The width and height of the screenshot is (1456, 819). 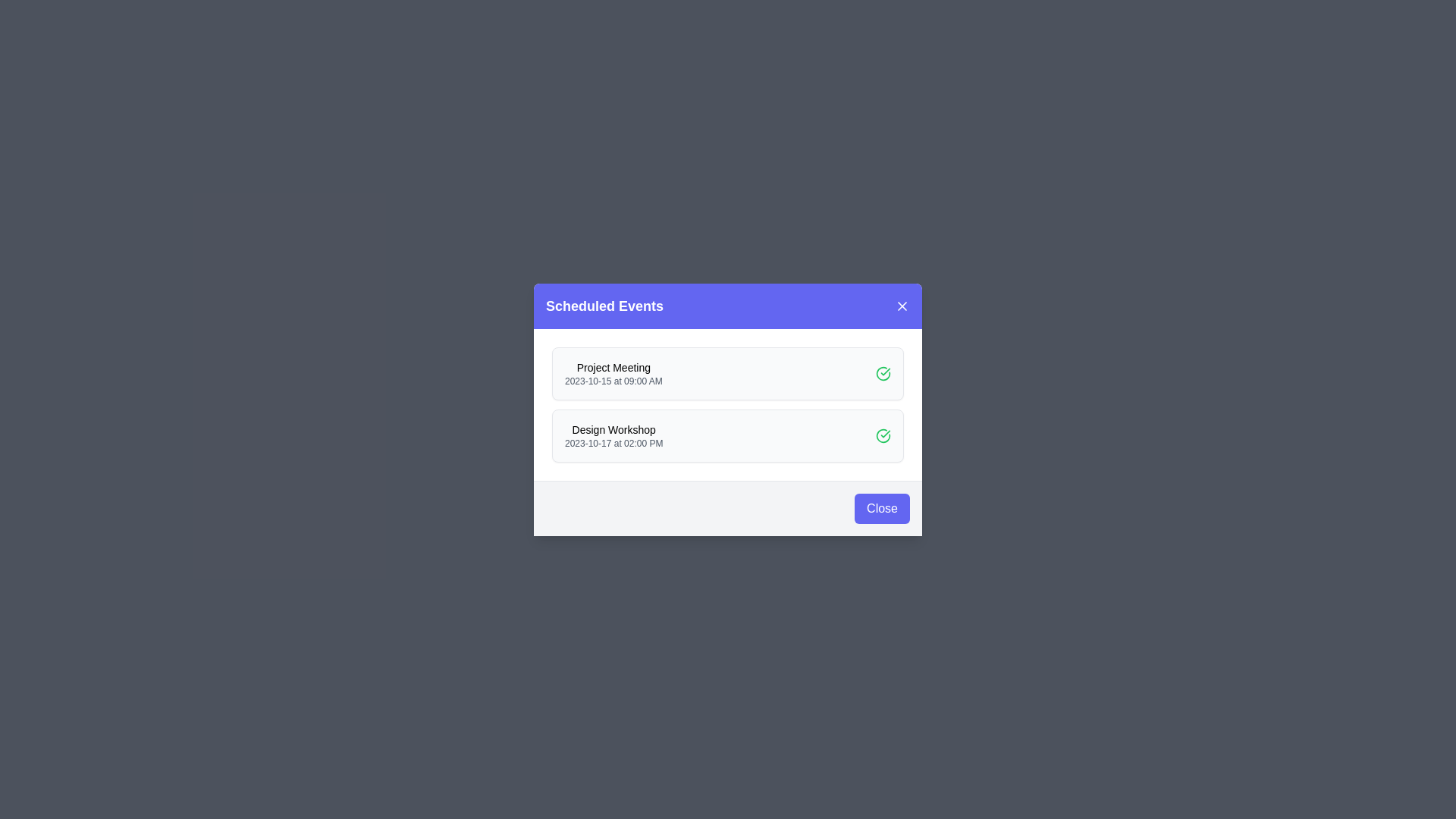 I want to click on text content of the title label for the first scheduled event, which is located at the top section of the first event card, so click(x=613, y=367).